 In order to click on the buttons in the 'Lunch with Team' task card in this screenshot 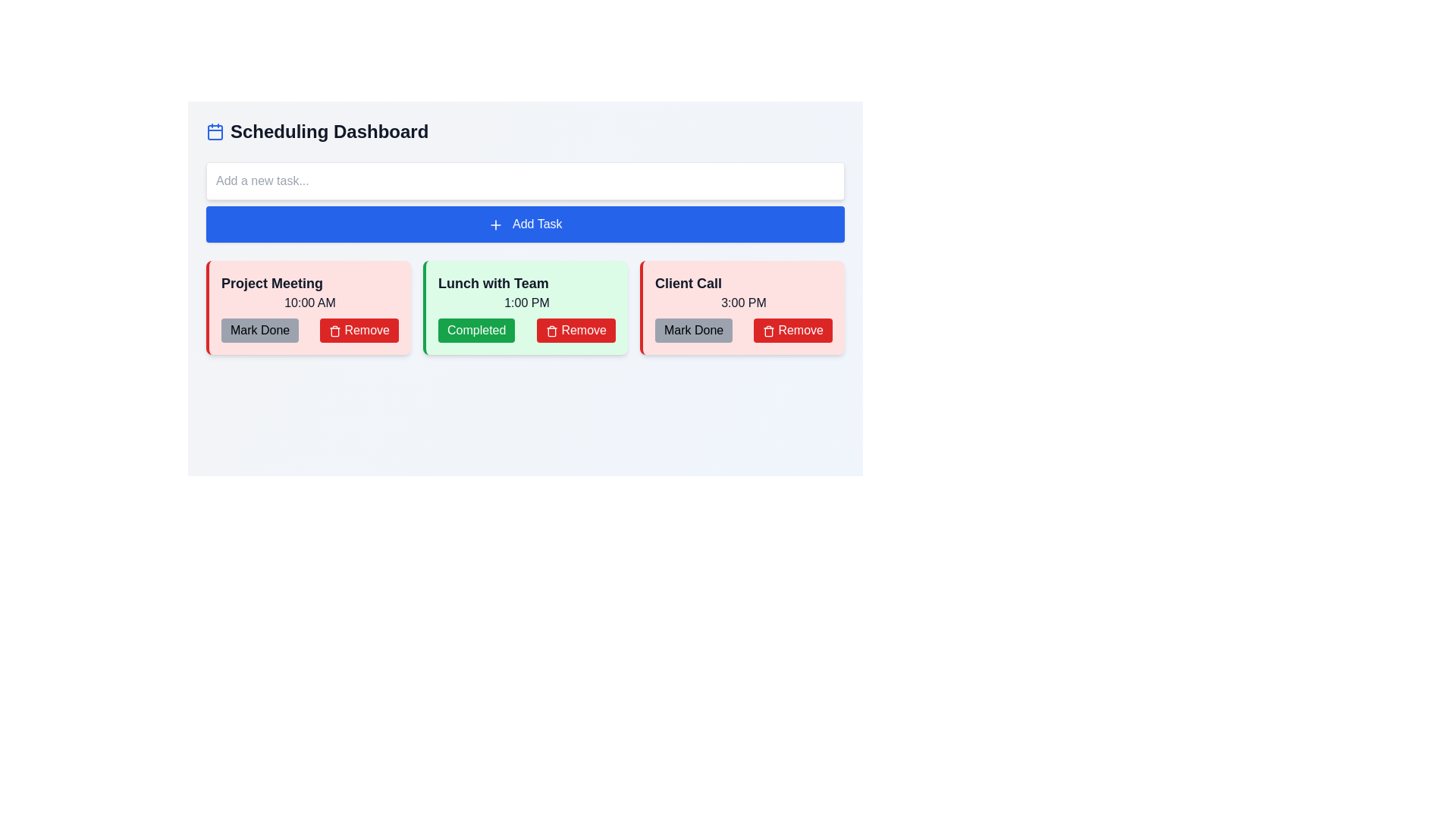, I will do `click(527, 329)`.